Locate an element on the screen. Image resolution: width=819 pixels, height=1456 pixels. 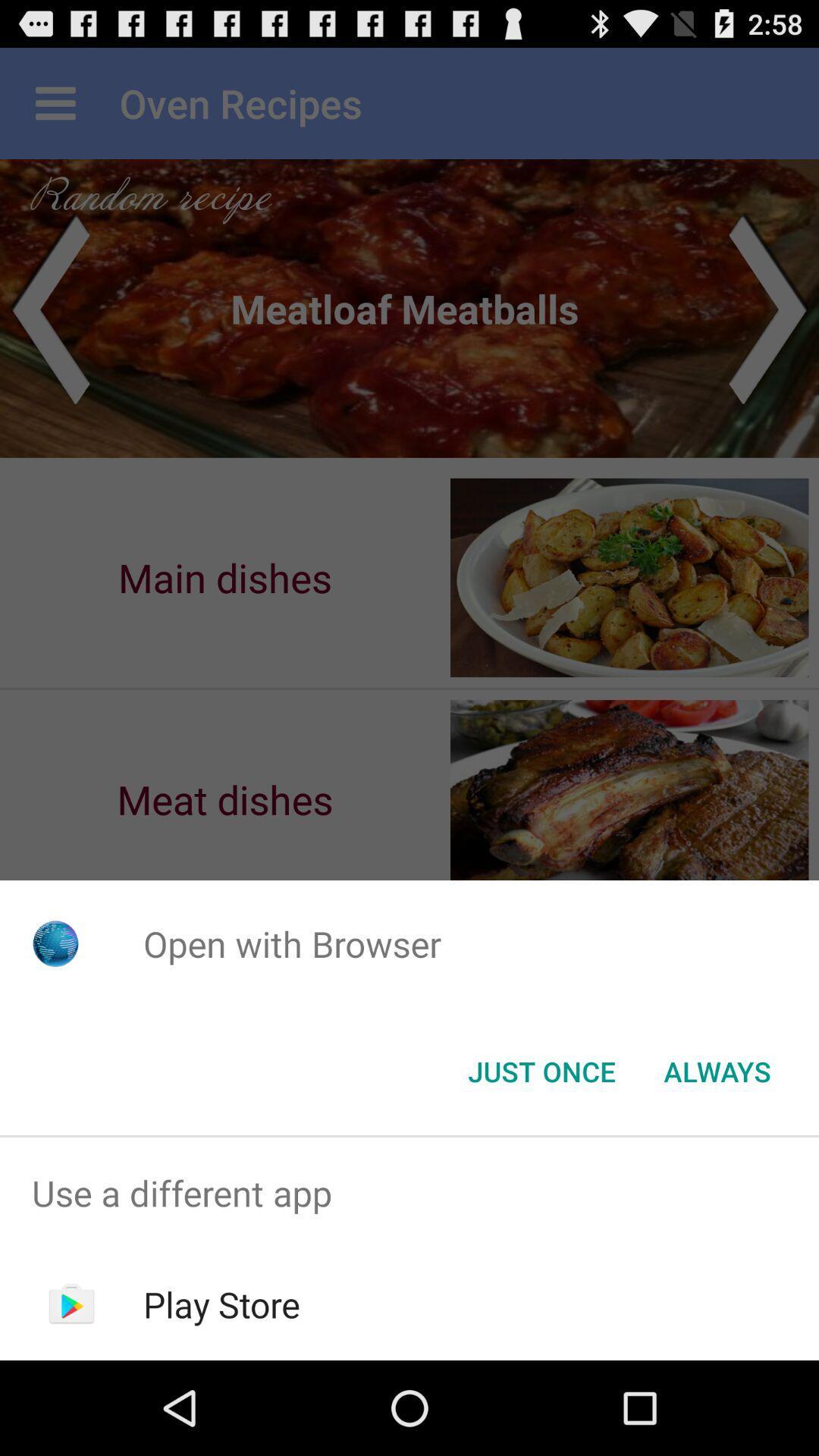
use a different app is located at coordinates (409, 1192).